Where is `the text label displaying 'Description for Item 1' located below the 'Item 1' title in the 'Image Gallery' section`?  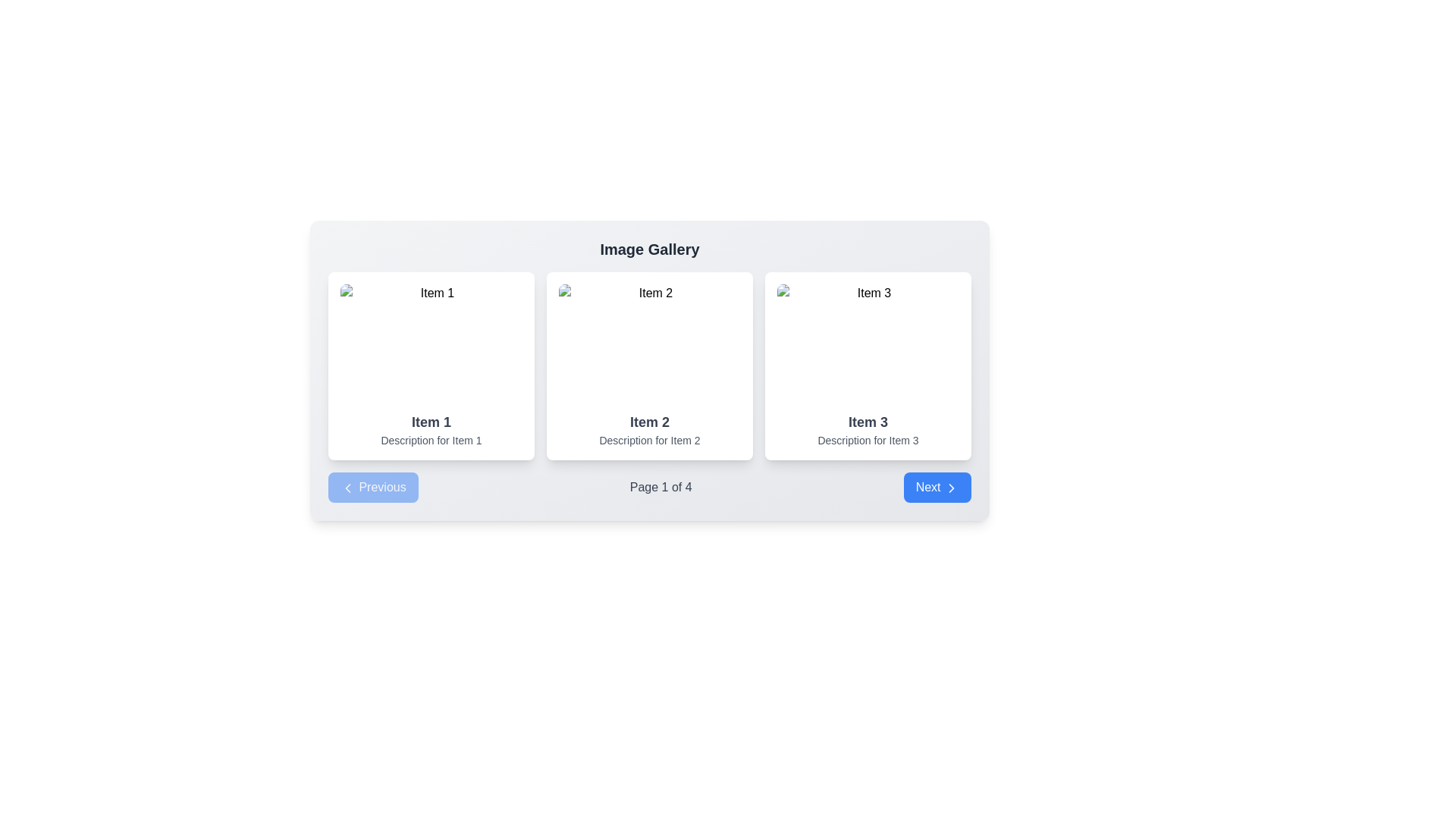 the text label displaying 'Description for Item 1' located below the 'Item 1' title in the 'Image Gallery' section is located at coordinates (431, 441).